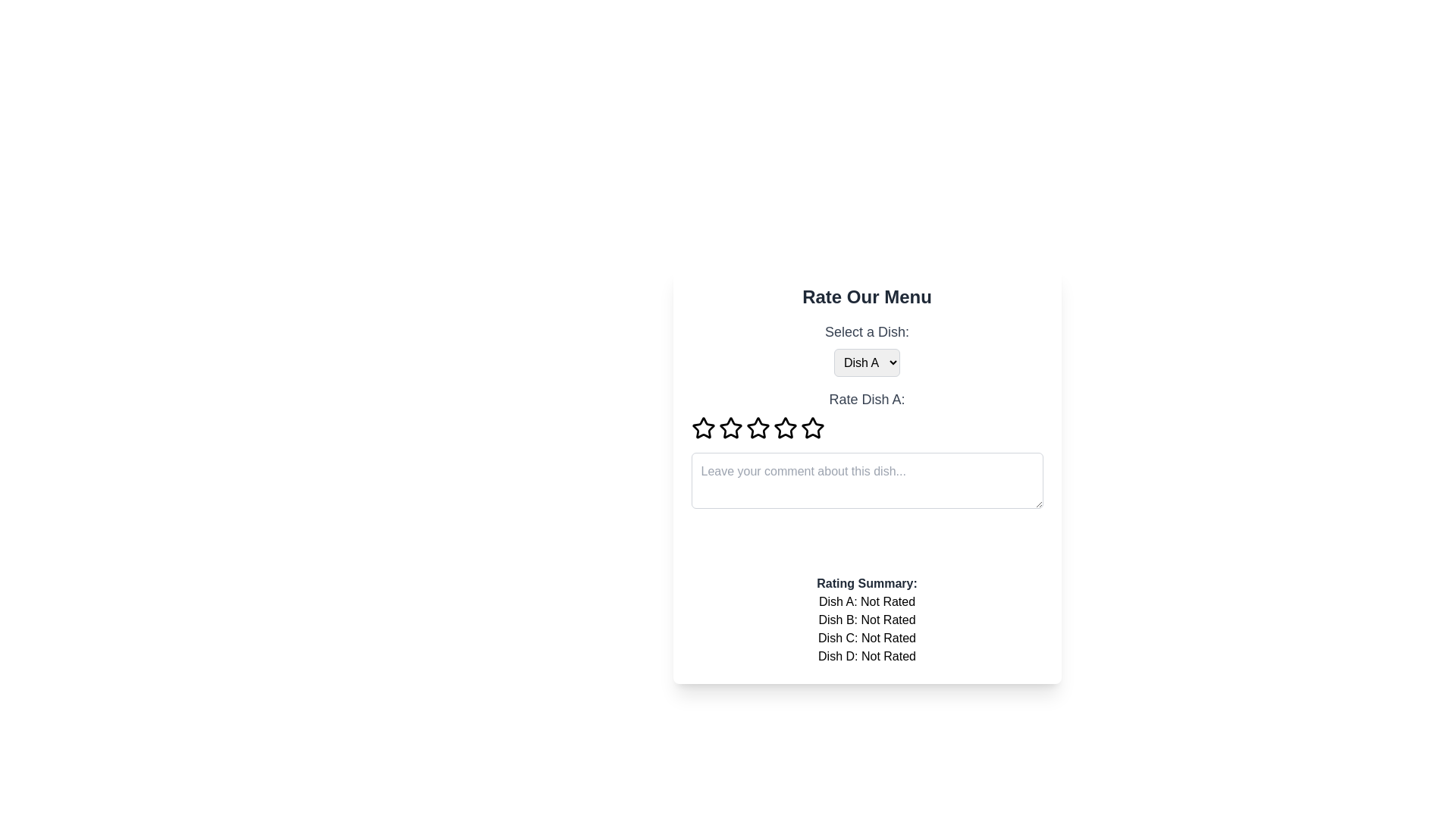 The image size is (1456, 819). I want to click on the second star in the star rating indicator, so click(730, 428).